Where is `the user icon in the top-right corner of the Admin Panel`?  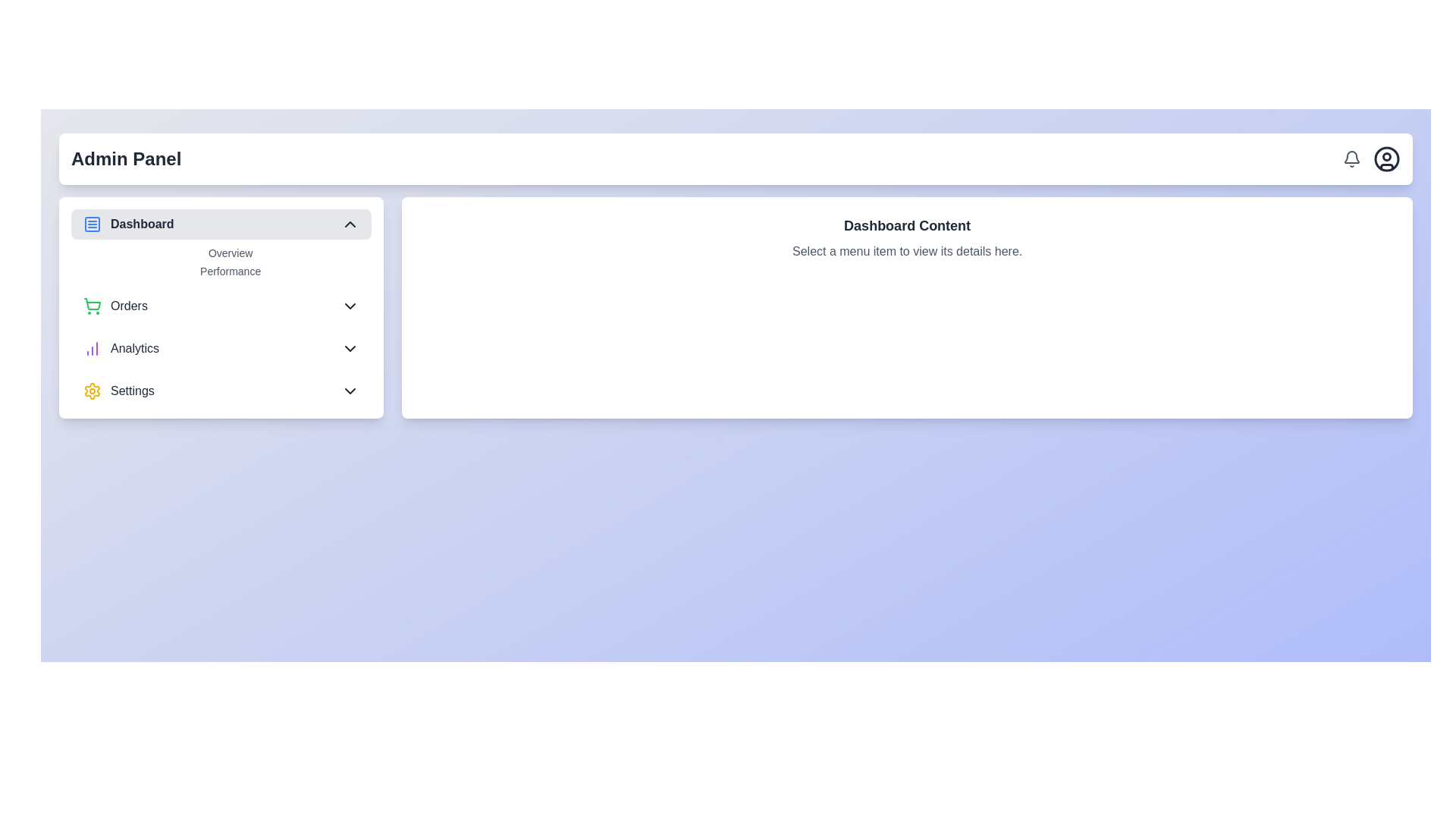
the user icon in the top-right corner of the Admin Panel is located at coordinates (1372, 158).